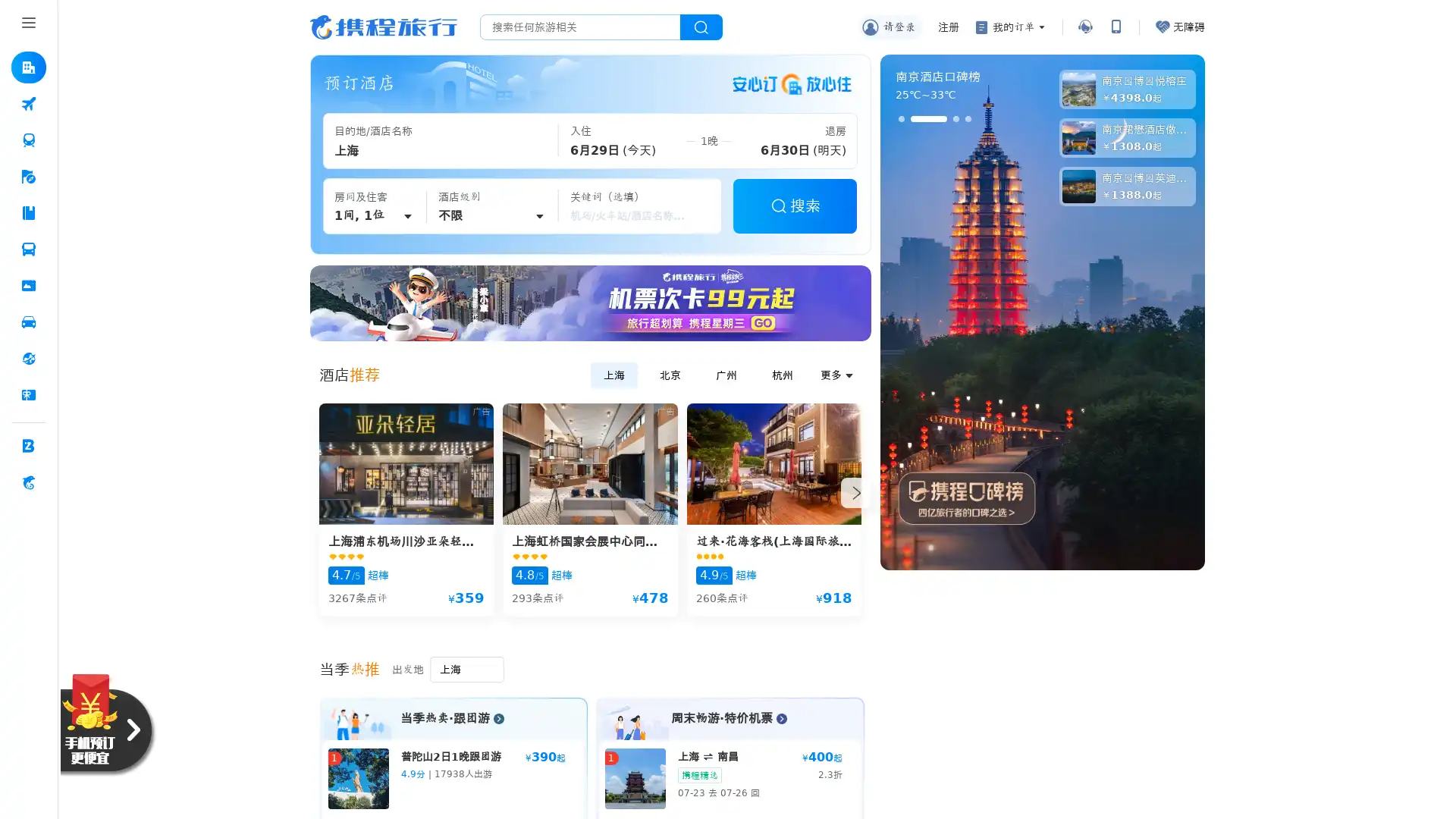  What do you see at coordinates (967, 118) in the screenshot?
I see `Go to slide 4` at bounding box center [967, 118].